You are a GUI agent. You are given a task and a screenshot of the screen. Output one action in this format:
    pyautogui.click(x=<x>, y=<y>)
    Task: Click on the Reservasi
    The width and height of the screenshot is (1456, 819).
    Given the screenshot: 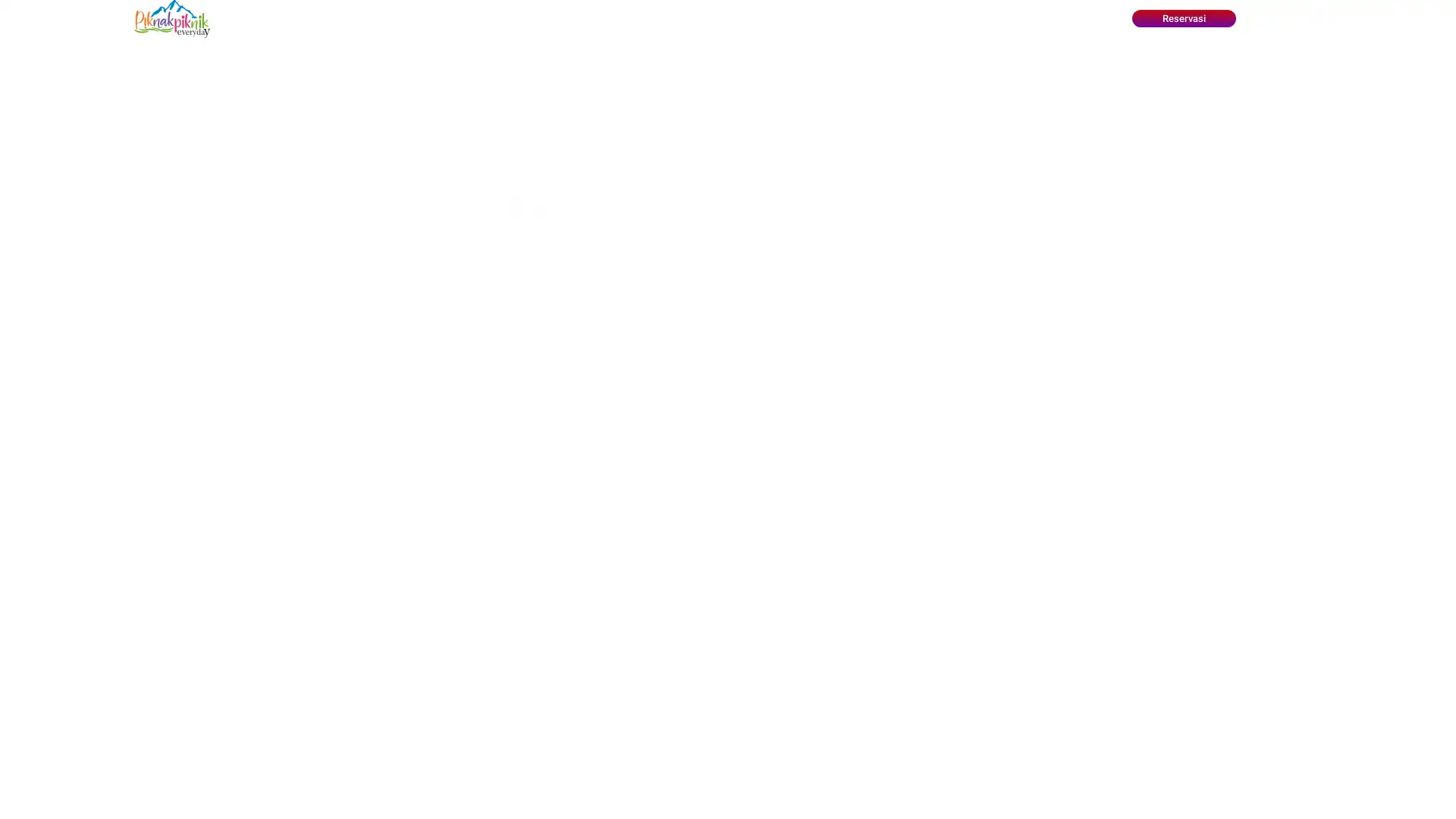 What is the action you would take?
    pyautogui.click(x=1182, y=18)
    